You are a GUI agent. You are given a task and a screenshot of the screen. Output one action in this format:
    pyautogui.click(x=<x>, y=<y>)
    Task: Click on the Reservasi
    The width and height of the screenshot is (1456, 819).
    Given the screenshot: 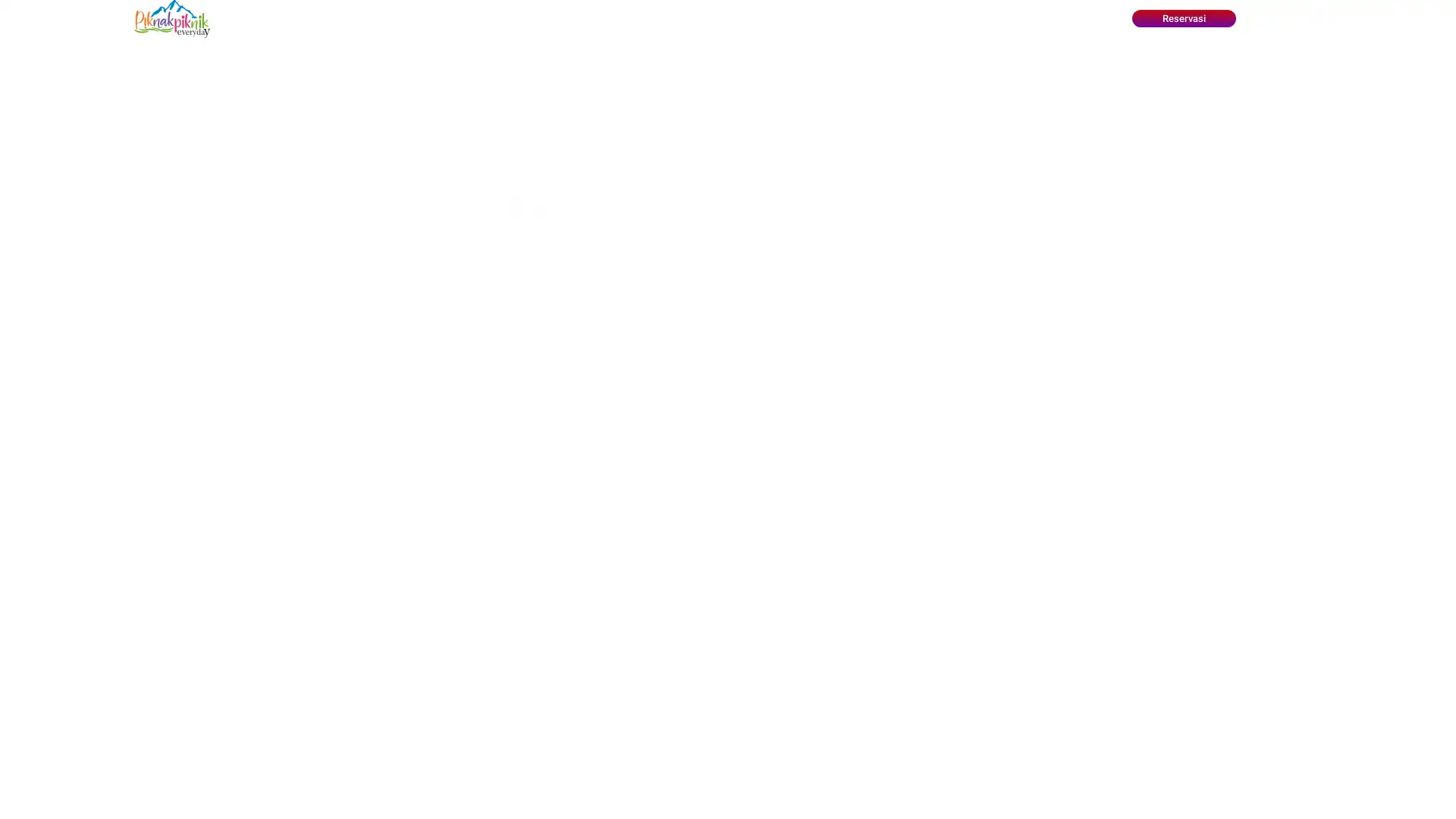 What is the action you would take?
    pyautogui.click(x=1182, y=18)
    